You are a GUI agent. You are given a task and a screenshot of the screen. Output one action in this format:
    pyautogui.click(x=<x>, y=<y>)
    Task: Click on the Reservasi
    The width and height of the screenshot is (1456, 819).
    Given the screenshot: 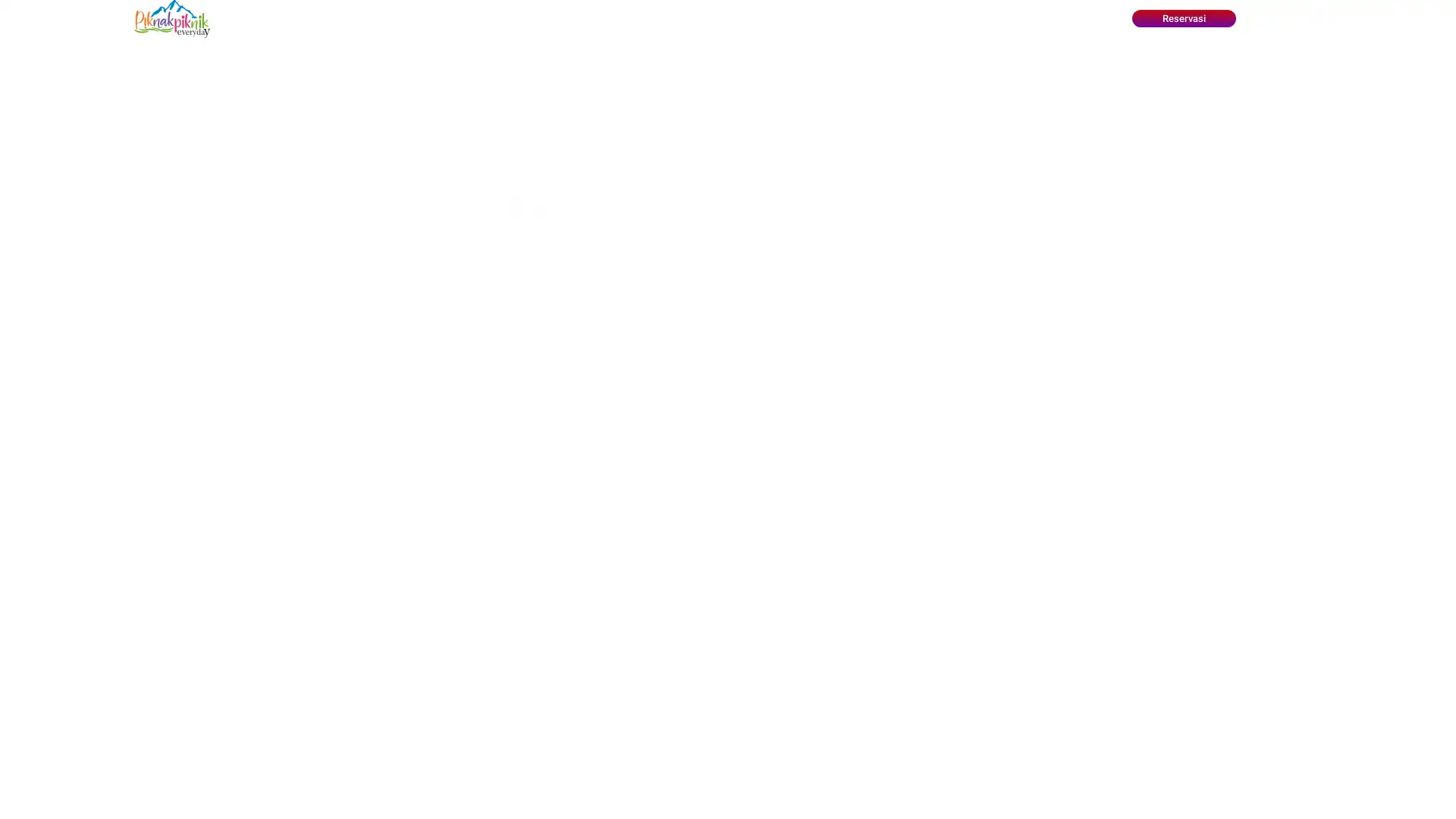 What is the action you would take?
    pyautogui.click(x=1182, y=18)
    